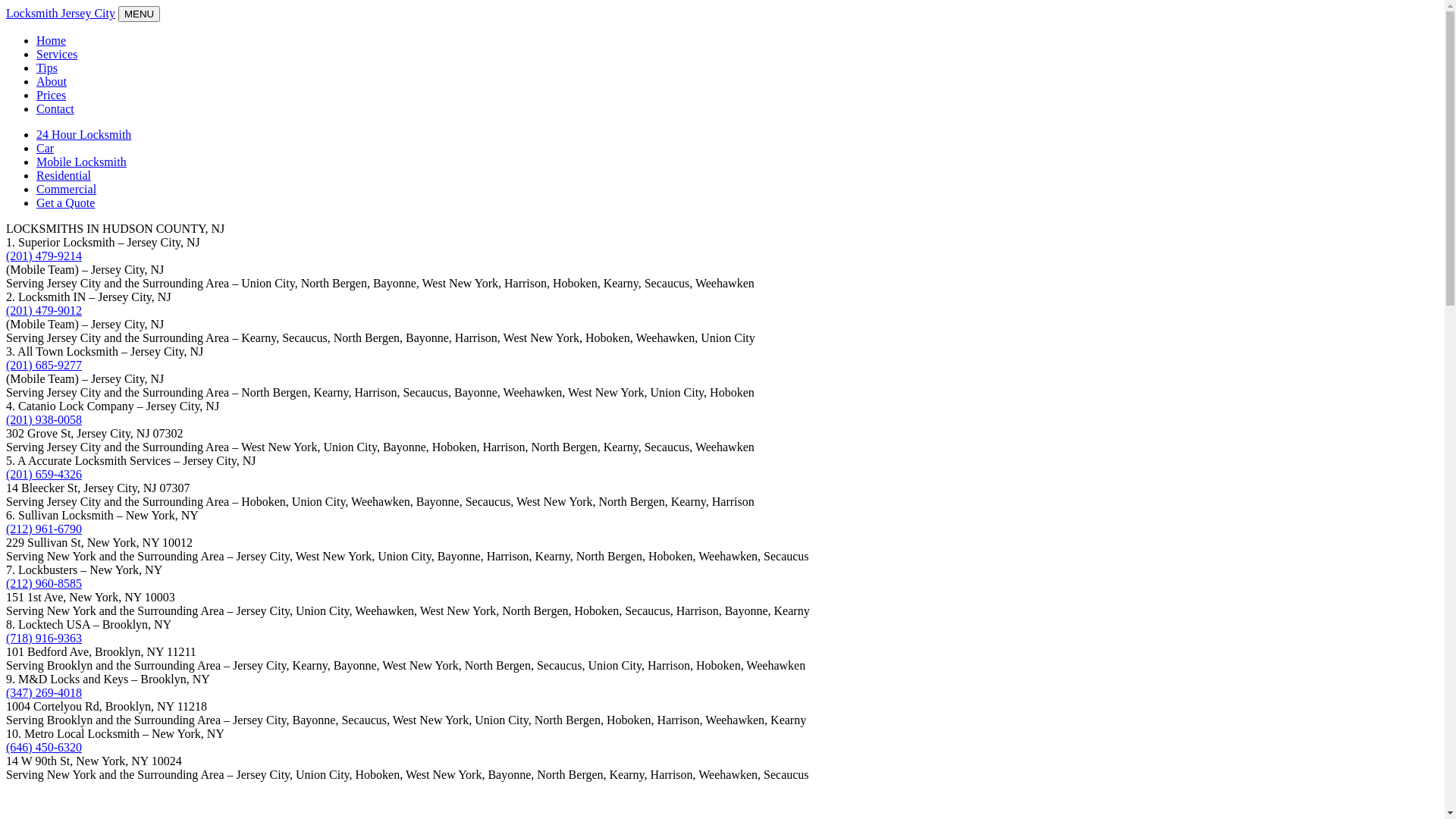 This screenshot has height=819, width=1456. What do you see at coordinates (55, 108) in the screenshot?
I see `'Contact'` at bounding box center [55, 108].